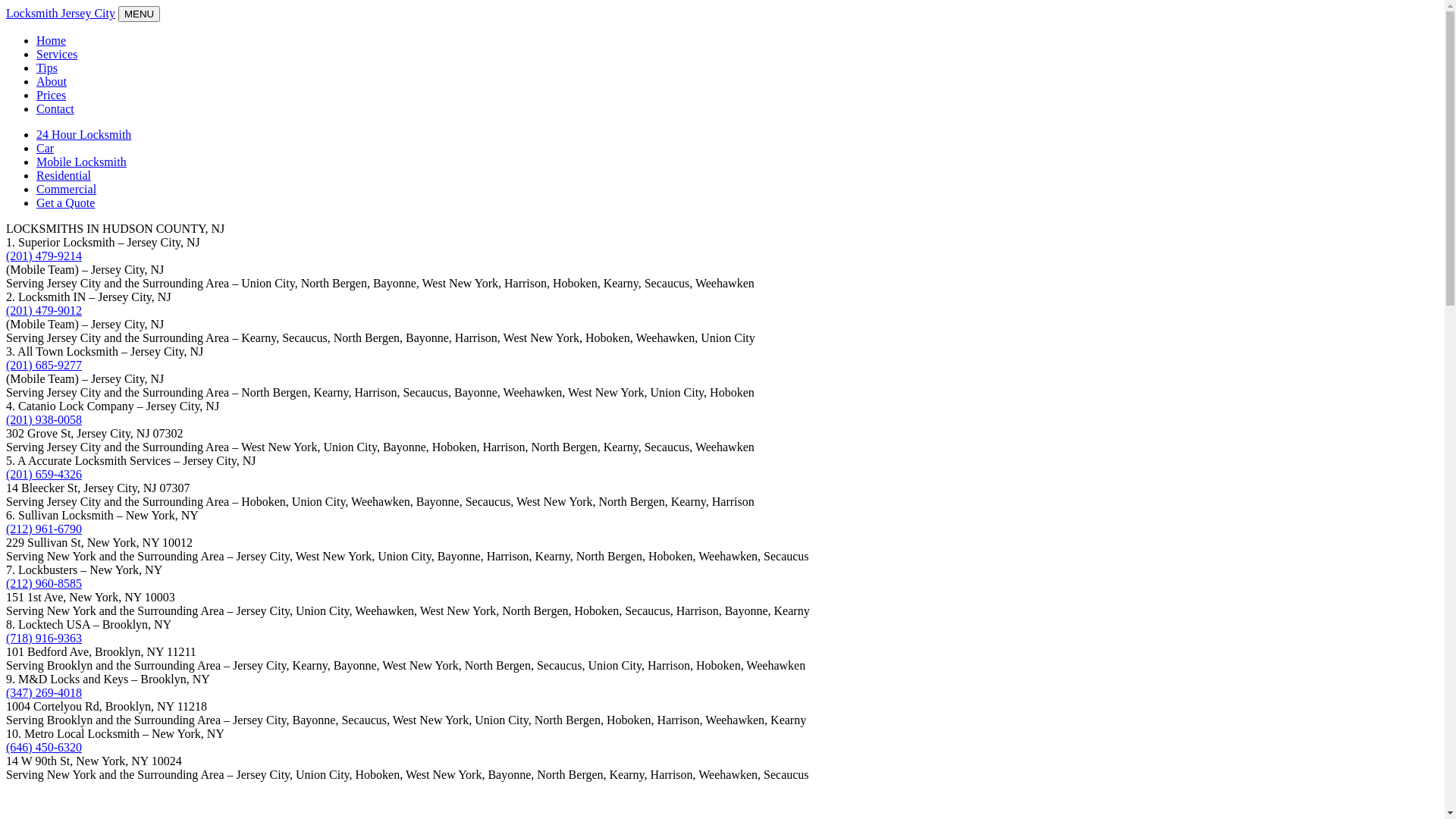 This screenshot has height=819, width=1456. What do you see at coordinates (55, 108) in the screenshot?
I see `'Contact'` at bounding box center [55, 108].